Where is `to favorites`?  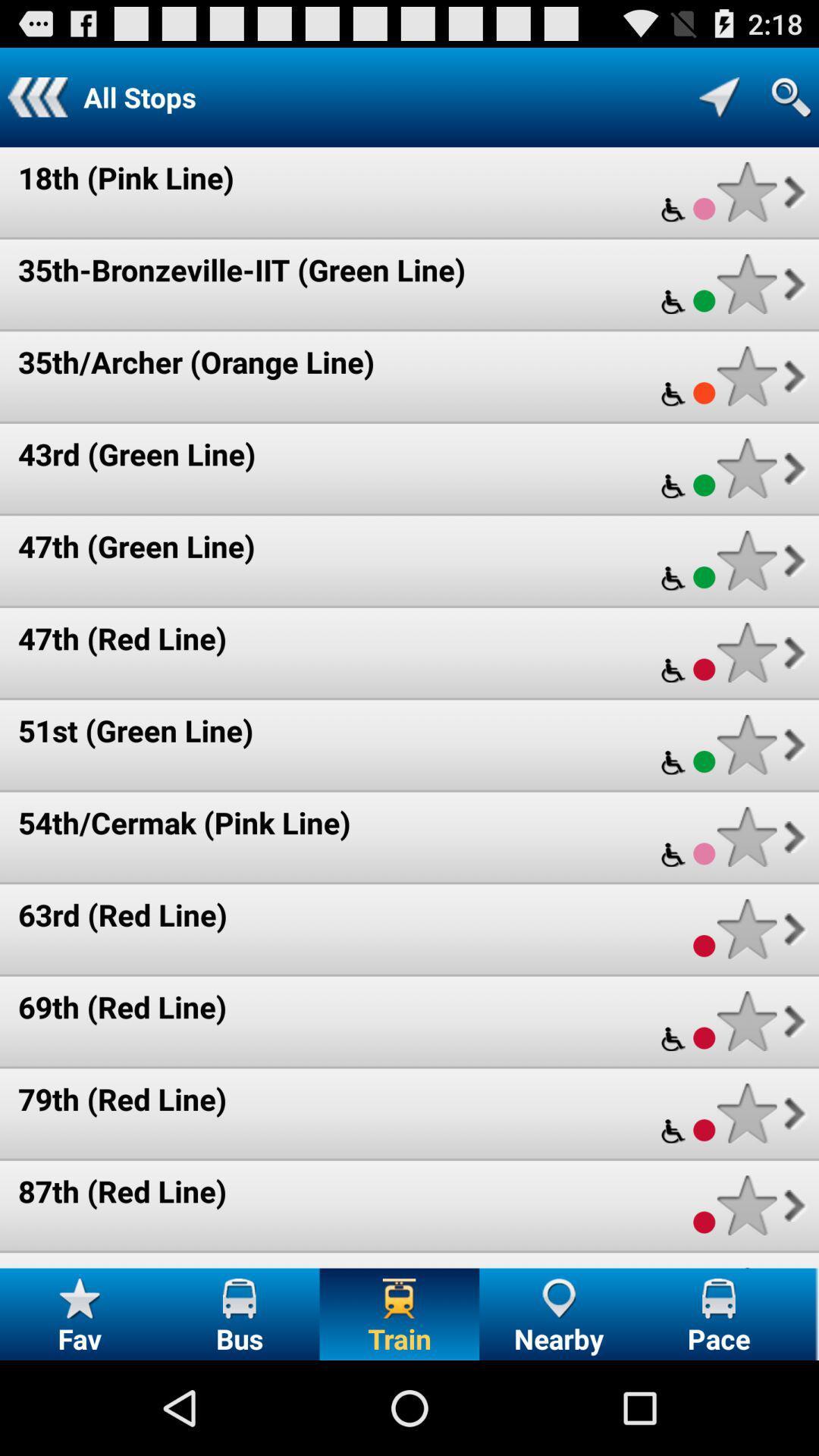
to favorites is located at coordinates (746, 928).